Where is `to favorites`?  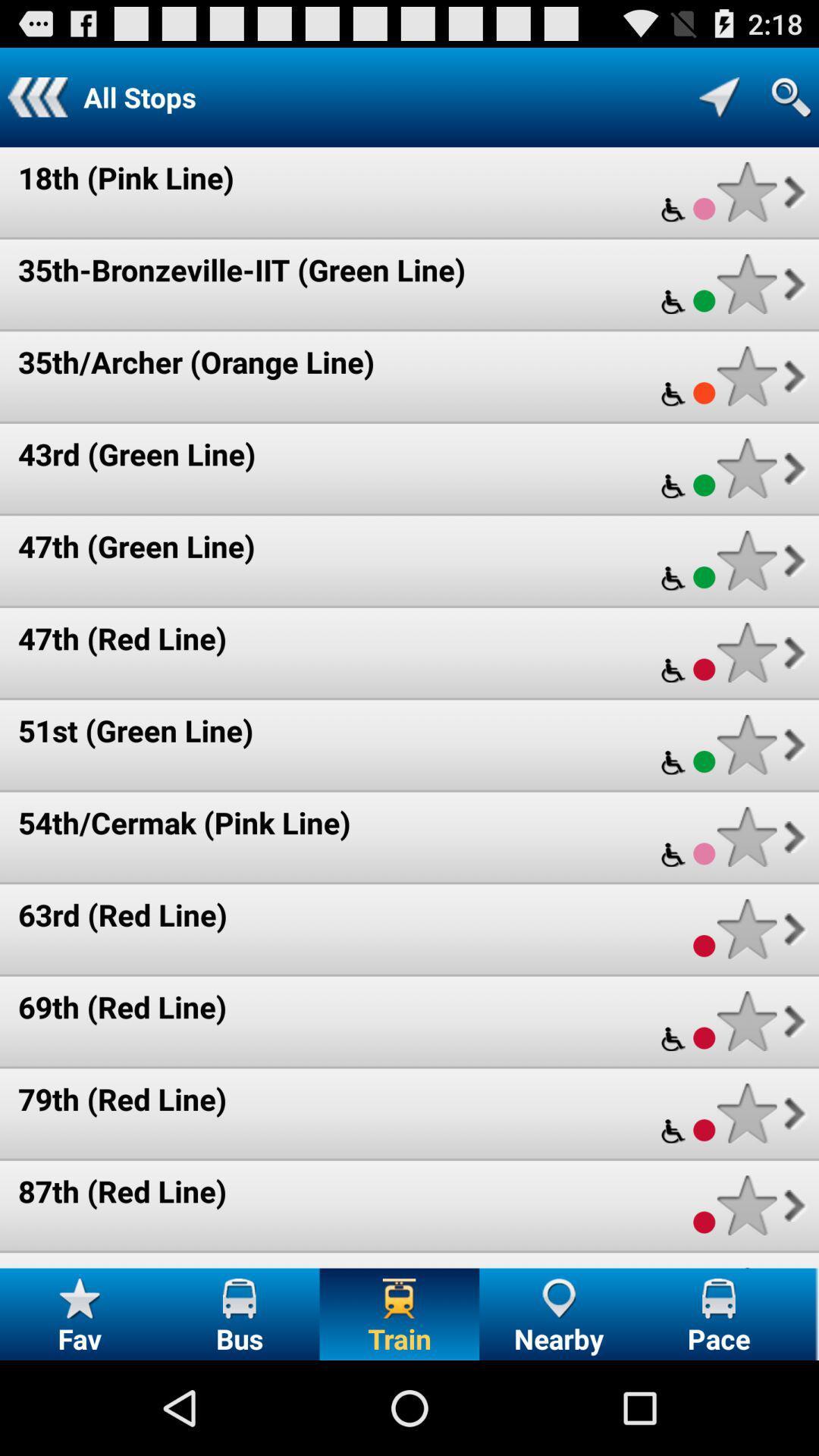
to favorites is located at coordinates (746, 928).